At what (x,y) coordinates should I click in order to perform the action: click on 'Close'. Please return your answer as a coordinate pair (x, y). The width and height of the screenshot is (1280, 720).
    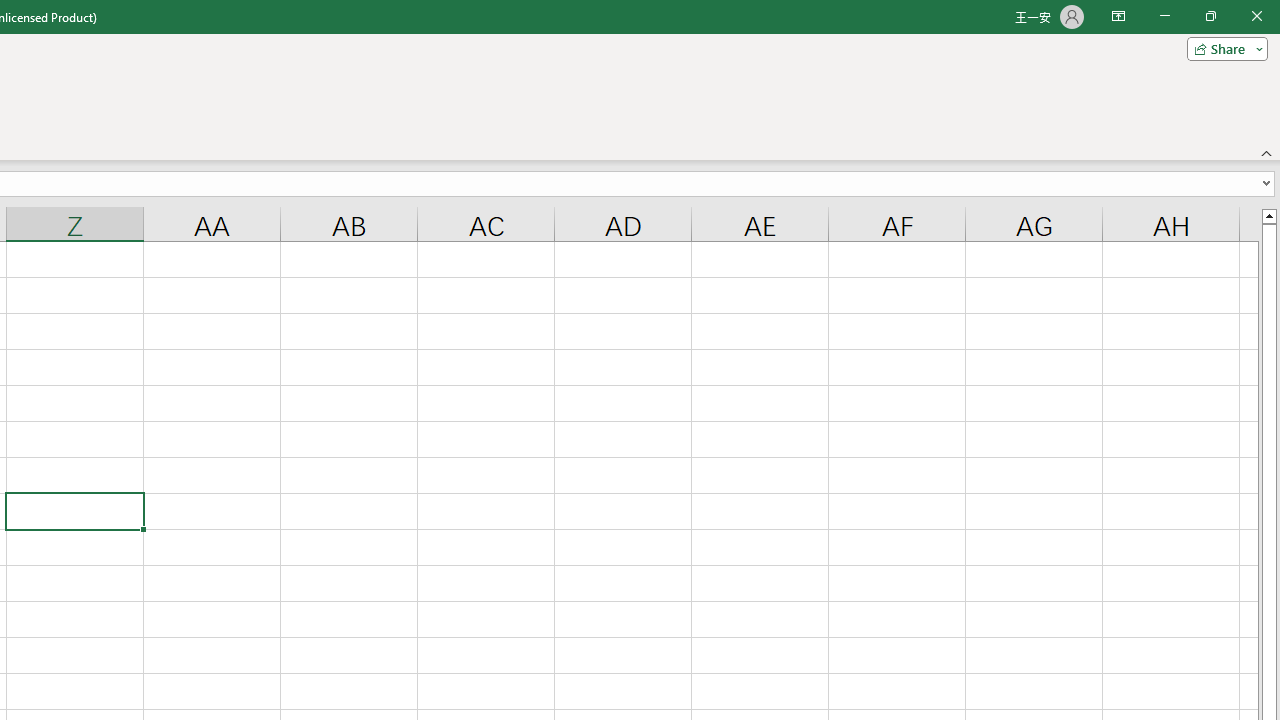
    Looking at the image, I should click on (1255, 16).